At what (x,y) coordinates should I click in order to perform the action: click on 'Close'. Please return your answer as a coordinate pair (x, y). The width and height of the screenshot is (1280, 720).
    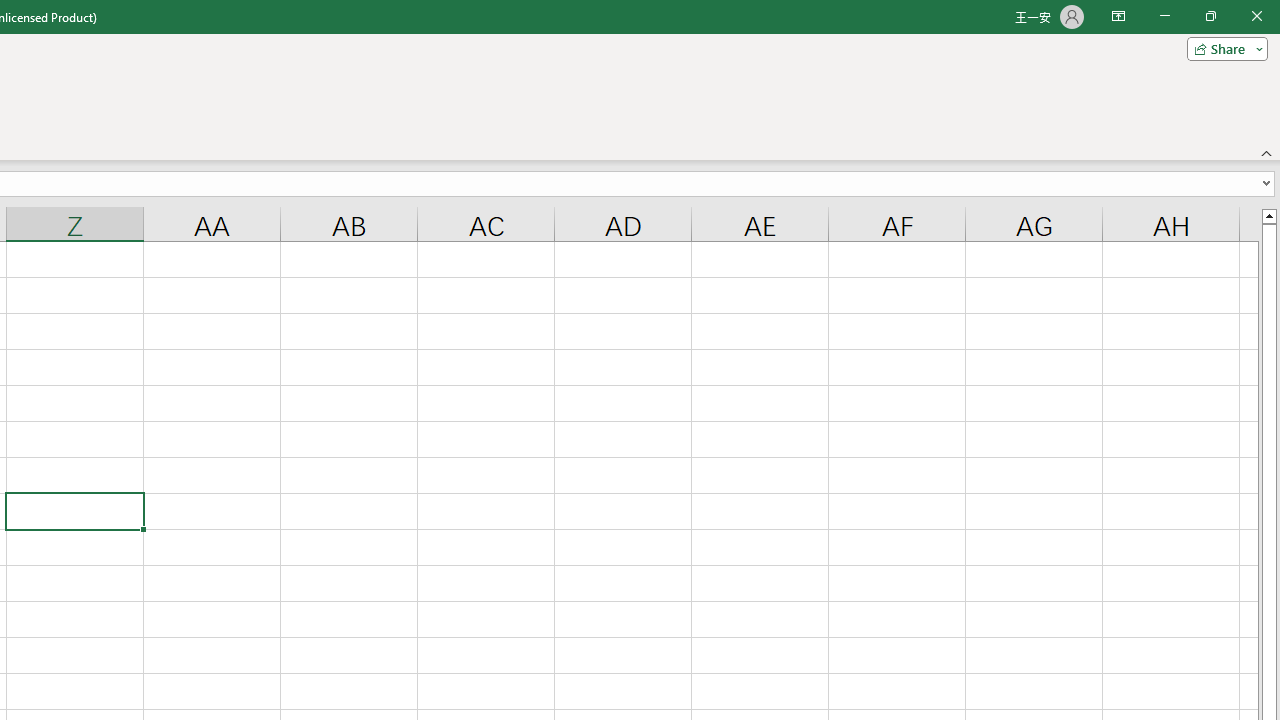
    Looking at the image, I should click on (1255, 16).